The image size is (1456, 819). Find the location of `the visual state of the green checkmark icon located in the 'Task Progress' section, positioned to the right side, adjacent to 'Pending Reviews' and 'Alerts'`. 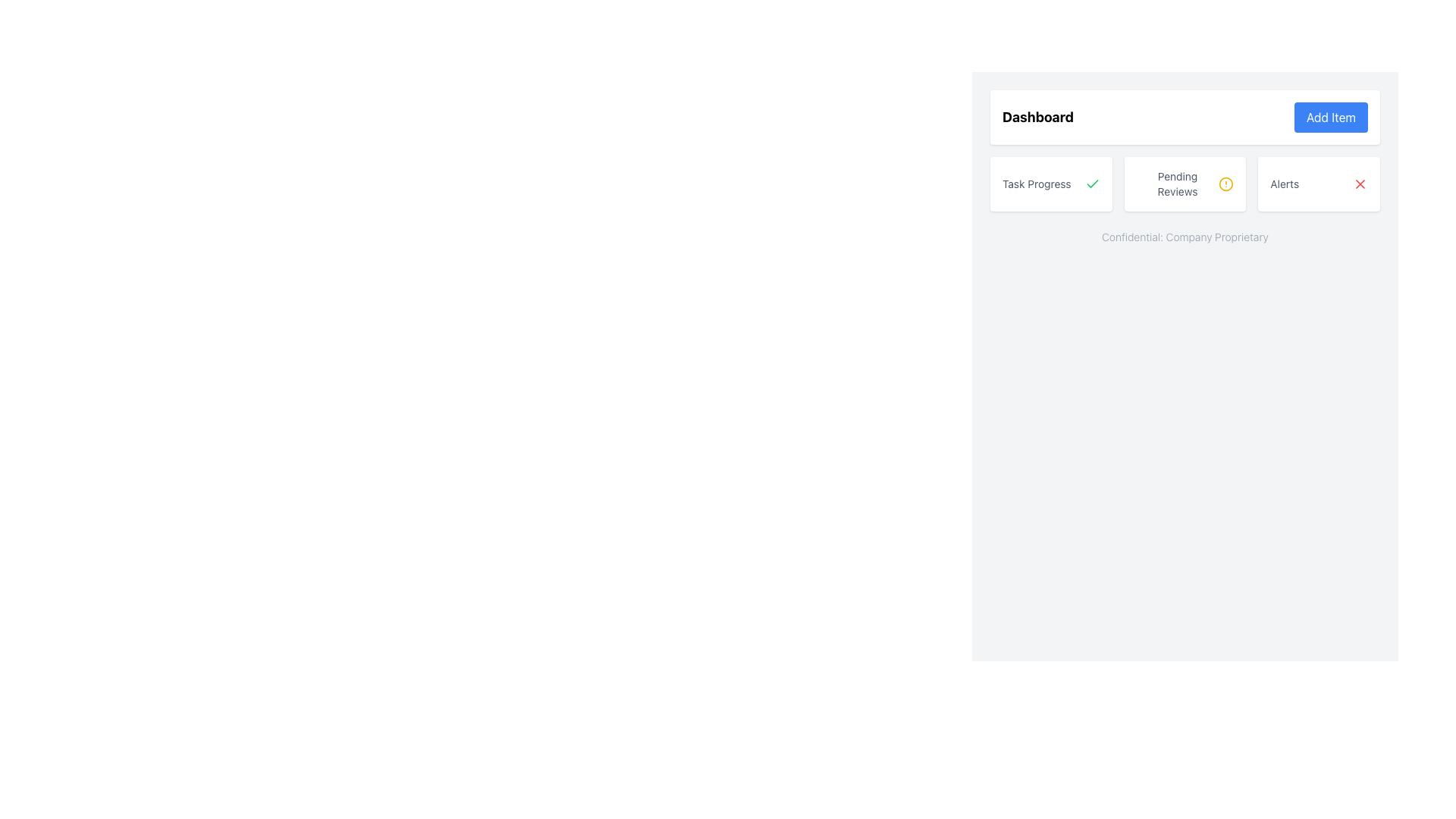

the visual state of the green checkmark icon located in the 'Task Progress' section, positioned to the right side, adjacent to 'Pending Reviews' and 'Alerts' is located at coordinates (1092, 184).